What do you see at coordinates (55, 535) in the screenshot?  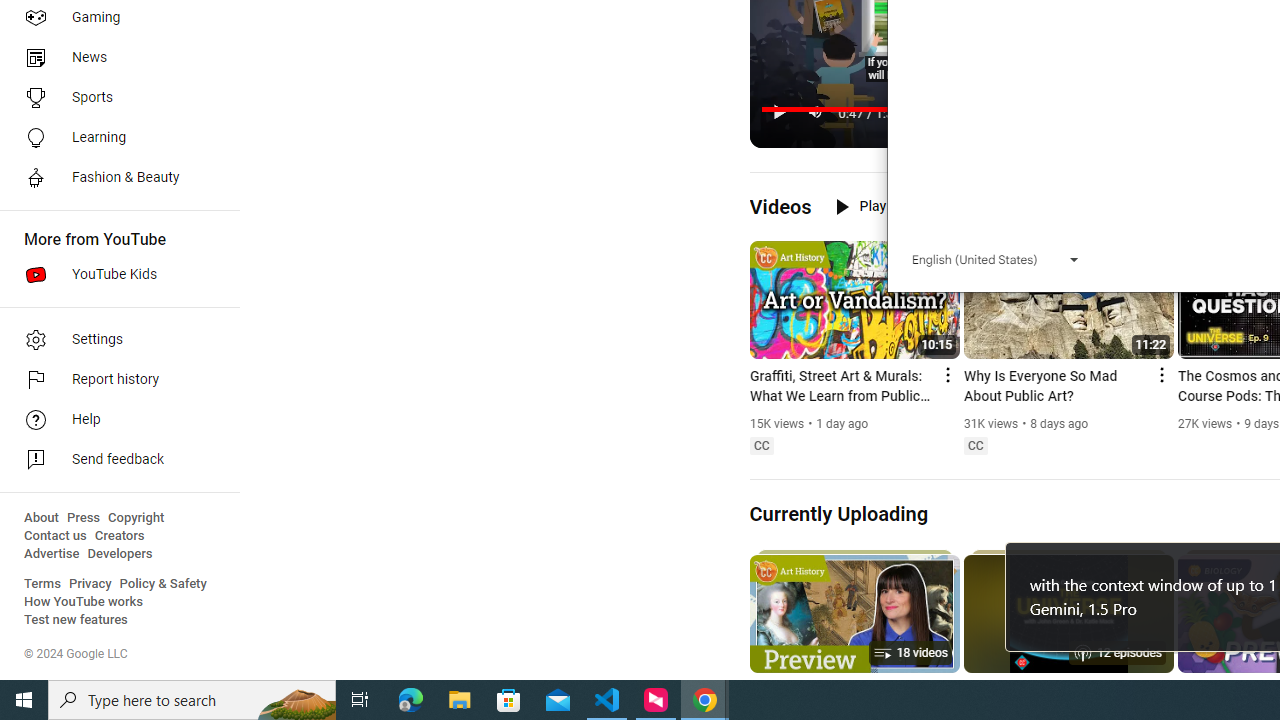 I see `'Contact us'` at bounding box center [55, 535].